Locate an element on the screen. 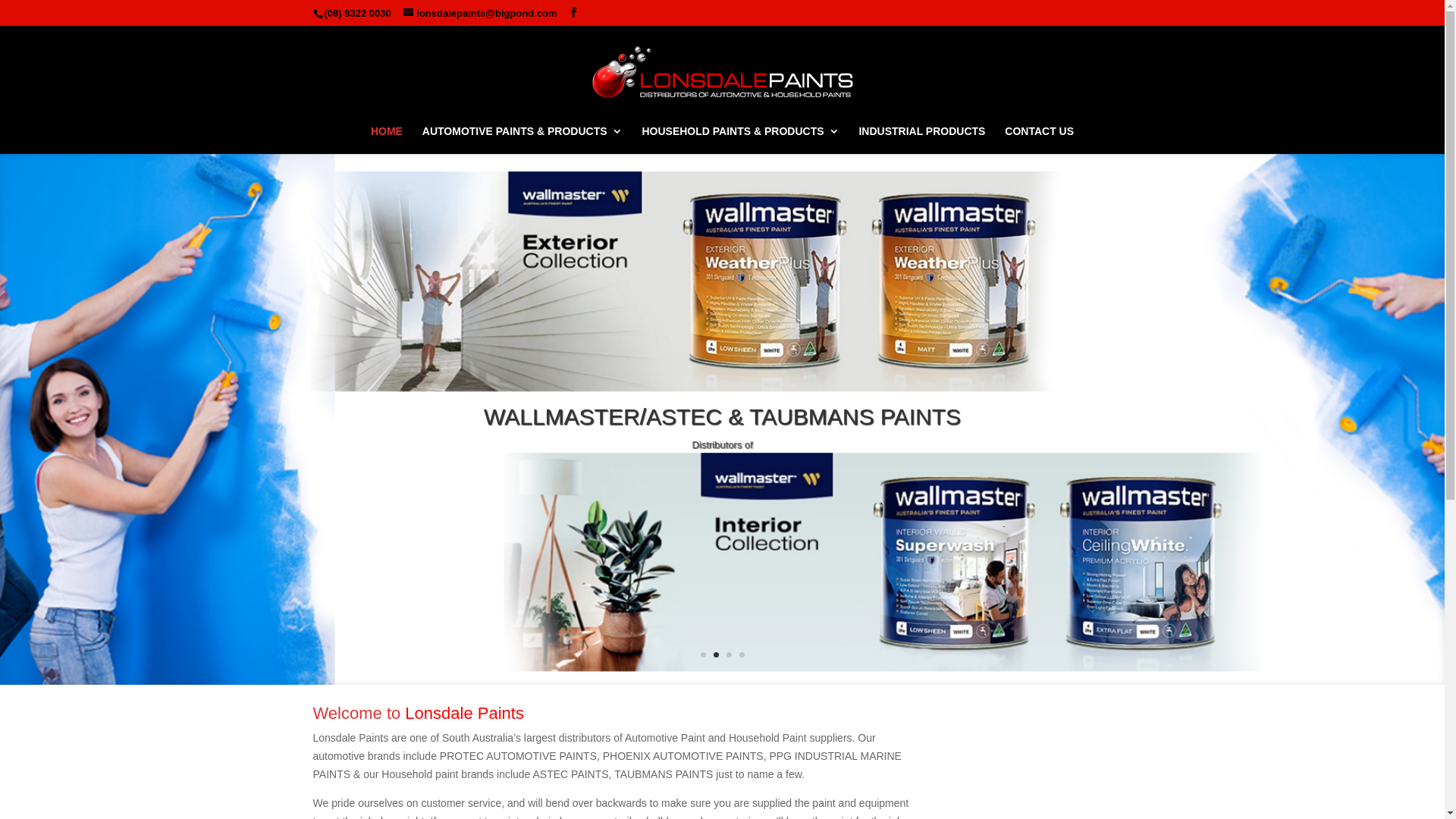 Image resolution: width=1456 pixels, height=819 pixels. 'HOME' is located at coordinates (386, 140).